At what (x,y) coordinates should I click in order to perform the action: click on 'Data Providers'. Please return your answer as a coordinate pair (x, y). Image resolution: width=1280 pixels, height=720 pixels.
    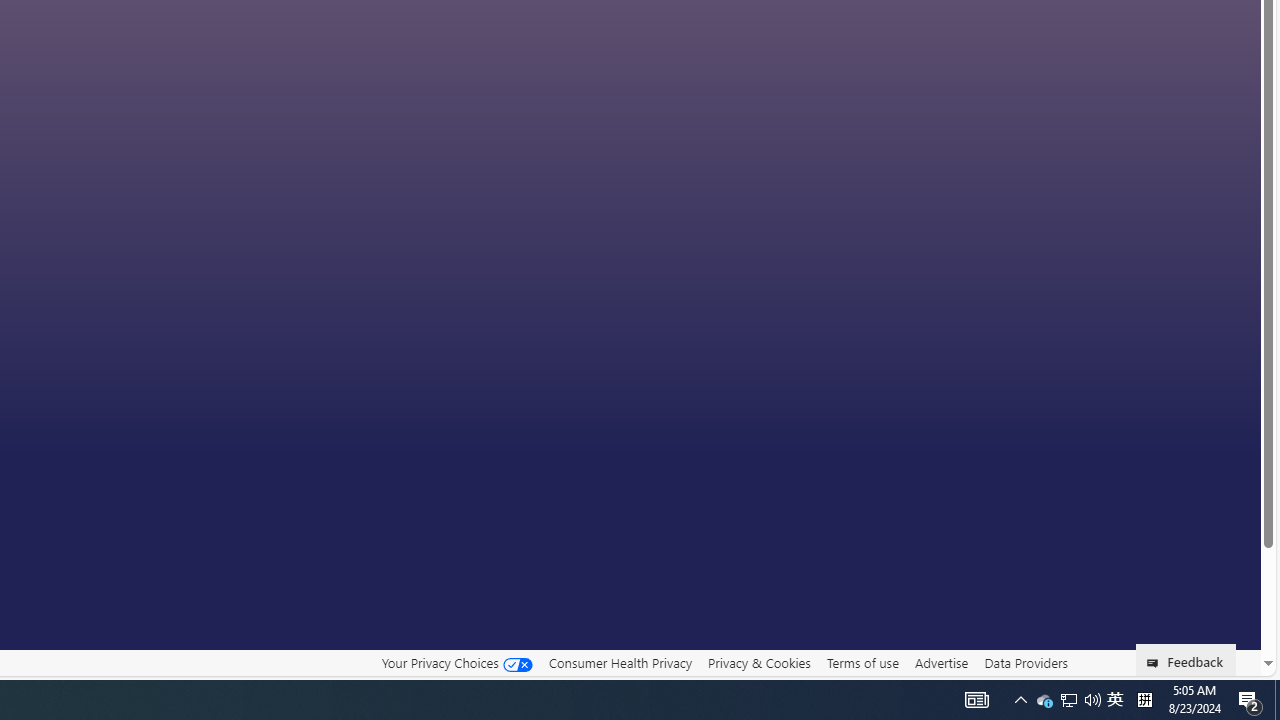
    Looking at the image, I should click on (1025, 663).